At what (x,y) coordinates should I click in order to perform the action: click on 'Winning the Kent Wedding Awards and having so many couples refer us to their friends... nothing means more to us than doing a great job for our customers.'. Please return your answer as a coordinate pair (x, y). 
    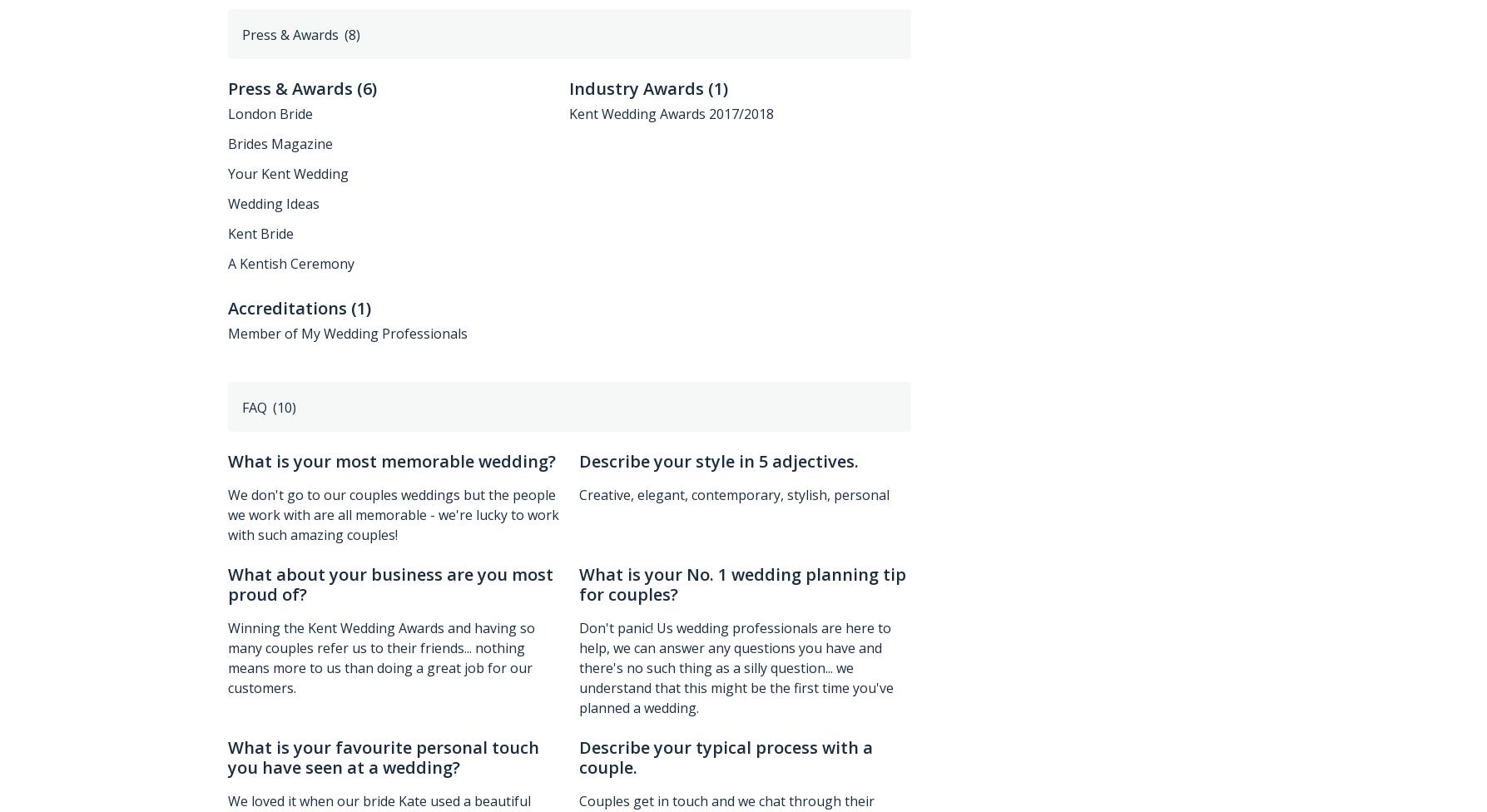
    Looking at the image, I should click on (380, 658).